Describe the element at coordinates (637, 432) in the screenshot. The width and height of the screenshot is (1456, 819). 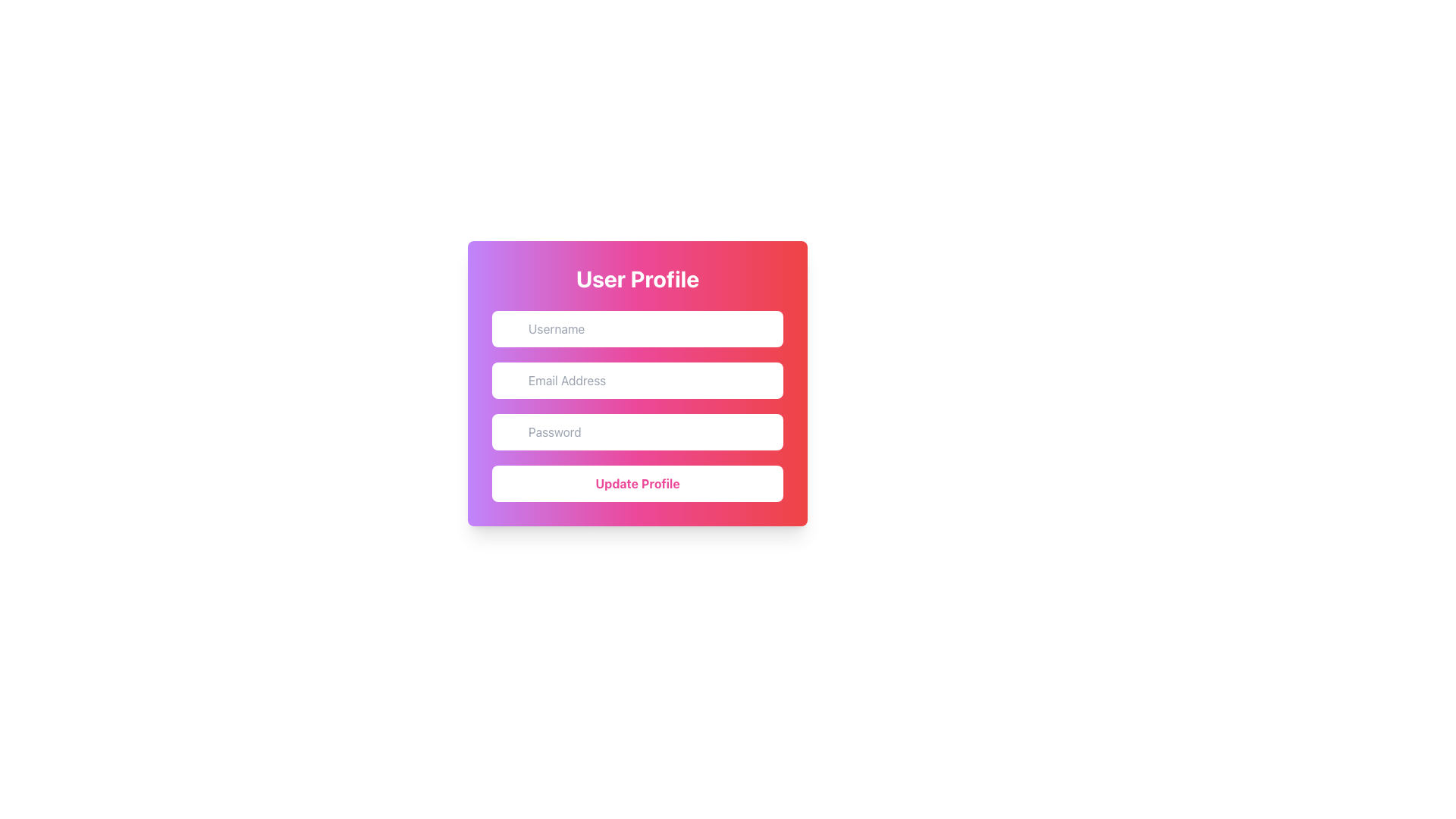
I see `the password input field, which is the third input field` at that location.